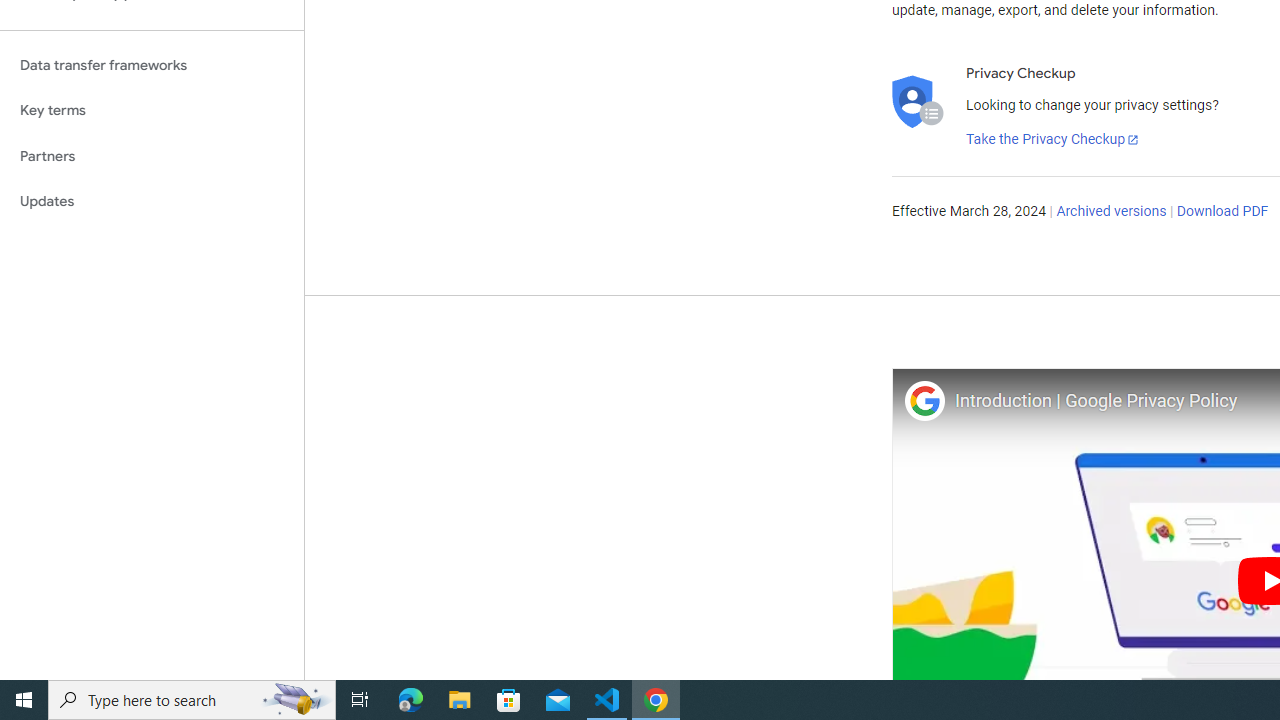  Describe the element at coordinates (1221, 212) in the screenshot. I see `'Download PDF'` at that location.